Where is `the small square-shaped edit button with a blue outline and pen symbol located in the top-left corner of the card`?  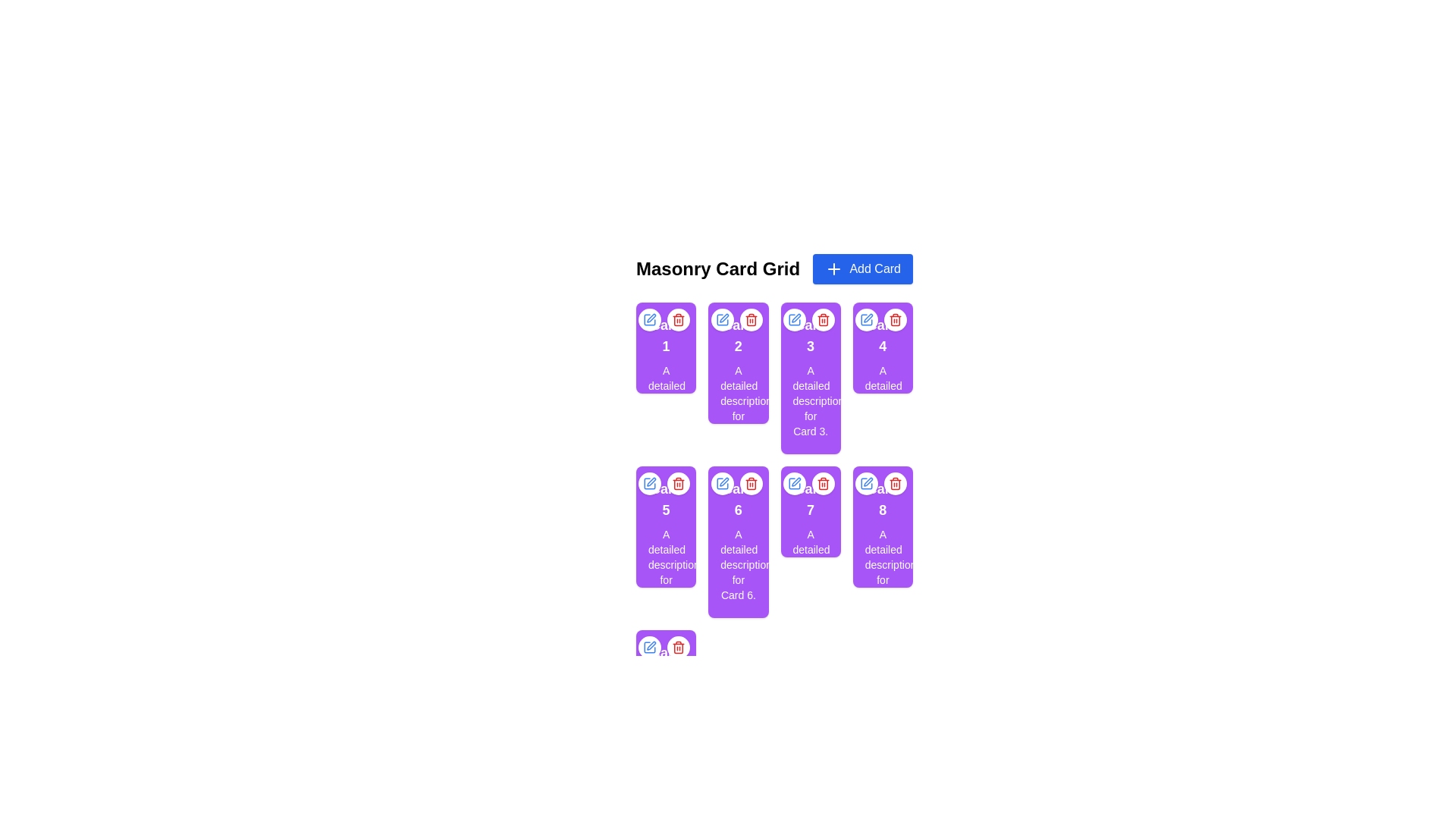
the small square-shaped edit button with a blue outline and pen symbol located in the top-left corner of the card is located at coordinates (866, 318).